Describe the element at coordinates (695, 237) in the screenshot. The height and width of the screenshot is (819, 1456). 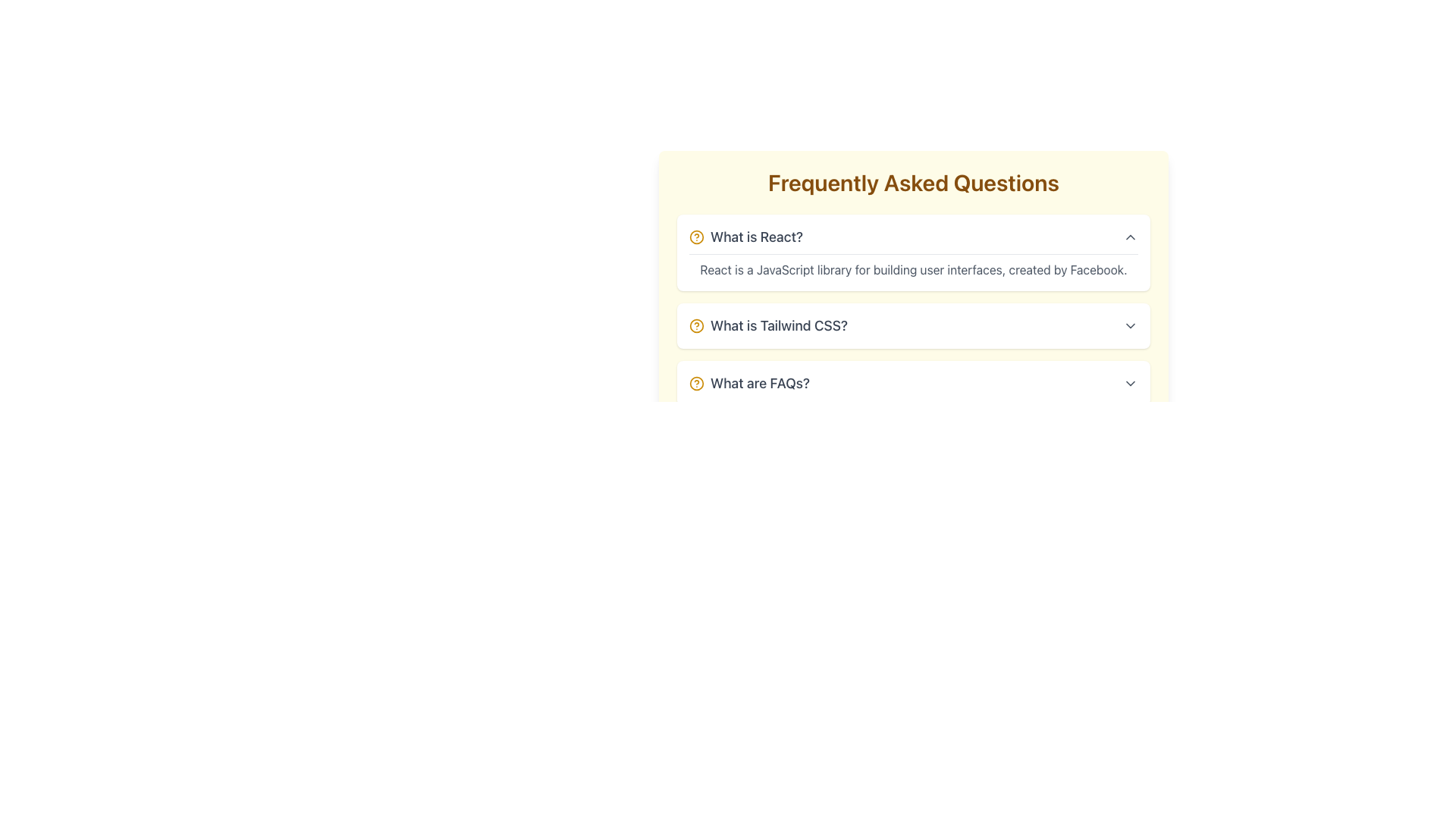
I see `the informational icon associated with the question 'What is React?', which is positioned to the left of the text in the FAQ section` at that location.